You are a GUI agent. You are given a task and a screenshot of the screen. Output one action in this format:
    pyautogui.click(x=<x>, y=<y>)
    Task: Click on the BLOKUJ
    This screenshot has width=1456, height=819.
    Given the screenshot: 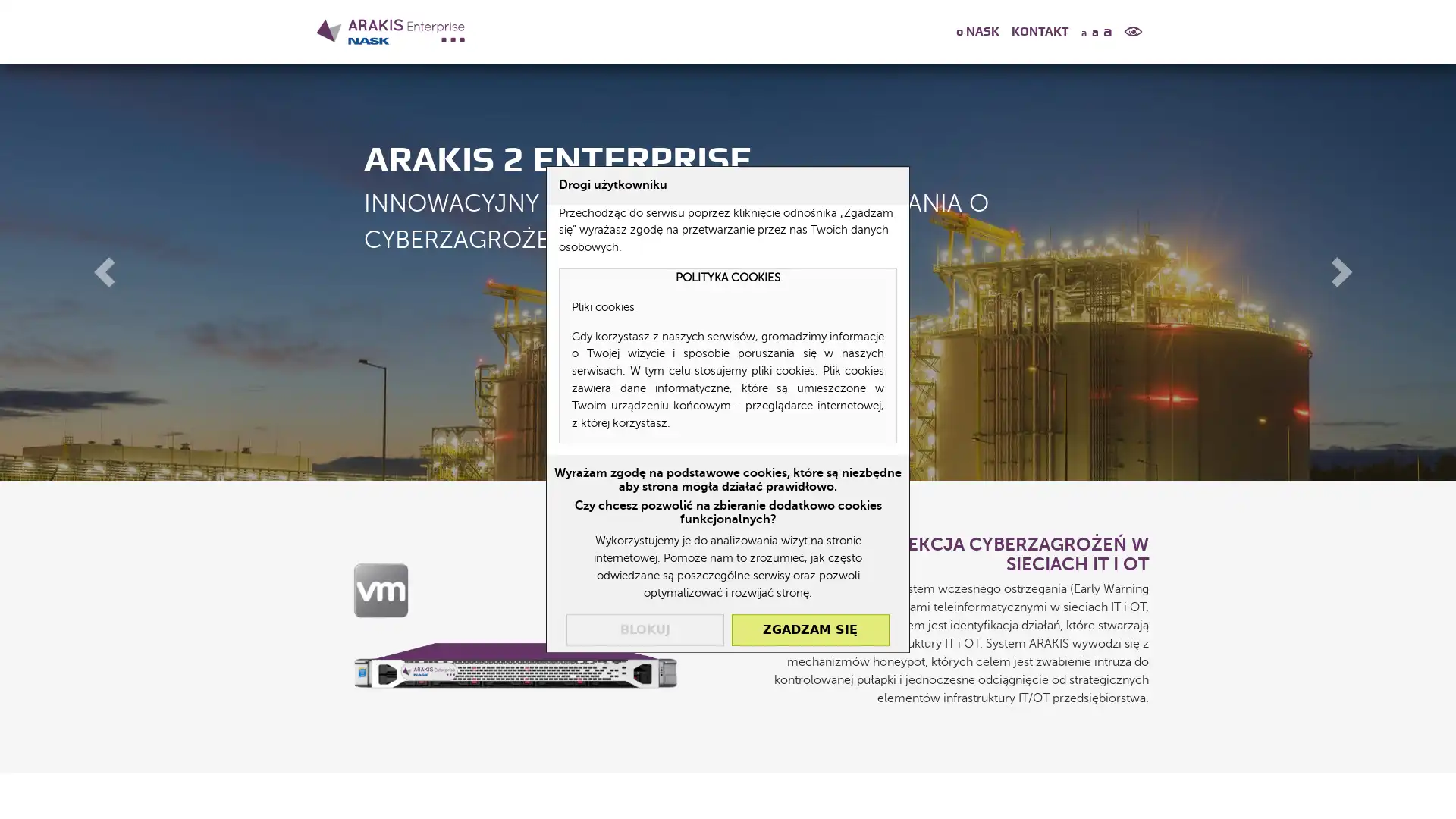 What is the action you would take?
    pyautogui.click(x=645, y=629)
    